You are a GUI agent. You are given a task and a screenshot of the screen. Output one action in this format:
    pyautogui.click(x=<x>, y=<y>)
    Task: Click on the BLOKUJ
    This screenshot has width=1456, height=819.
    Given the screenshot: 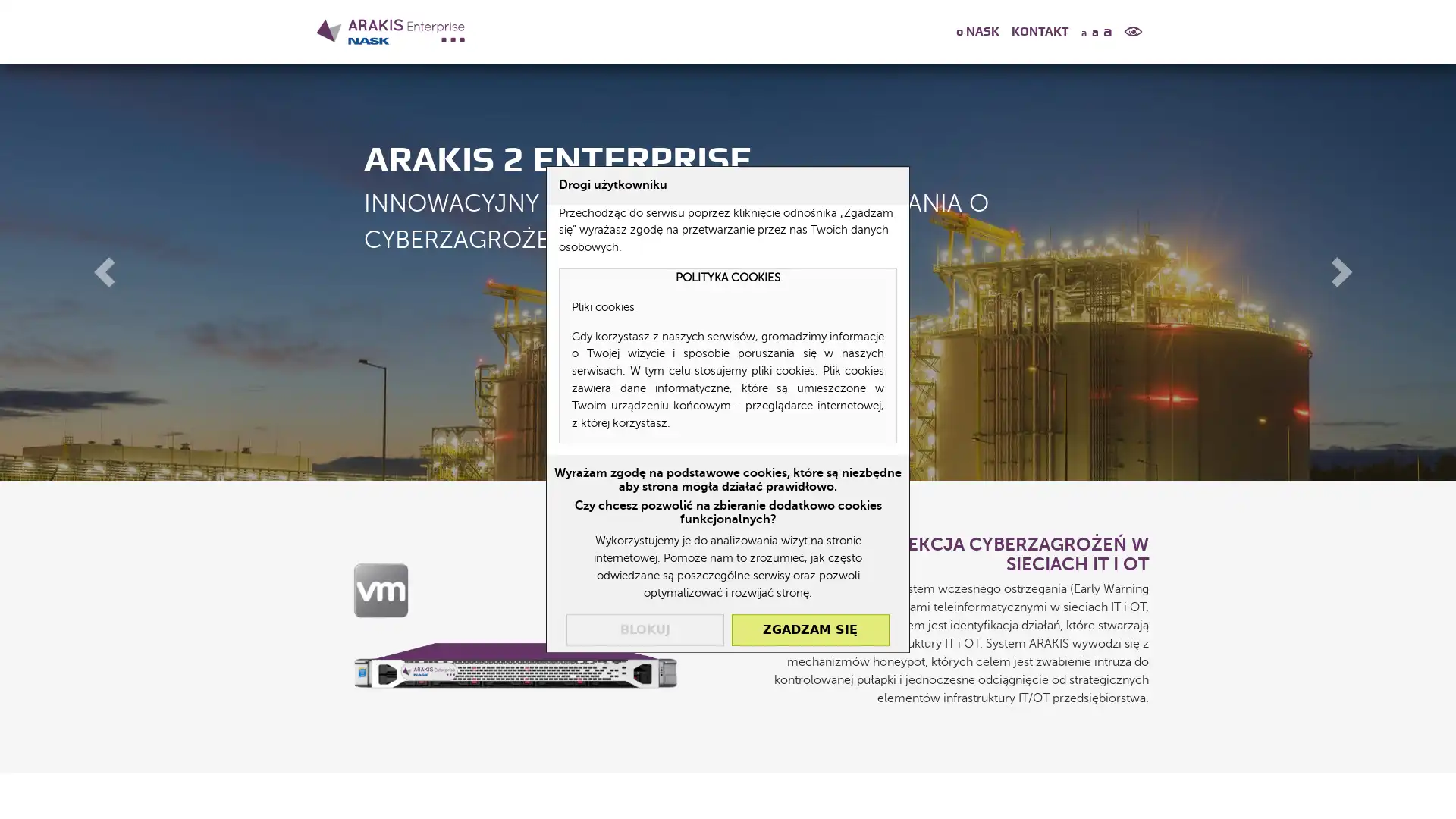 What is the action you would take?
    pyautogui.click(x=645, y=629)
    